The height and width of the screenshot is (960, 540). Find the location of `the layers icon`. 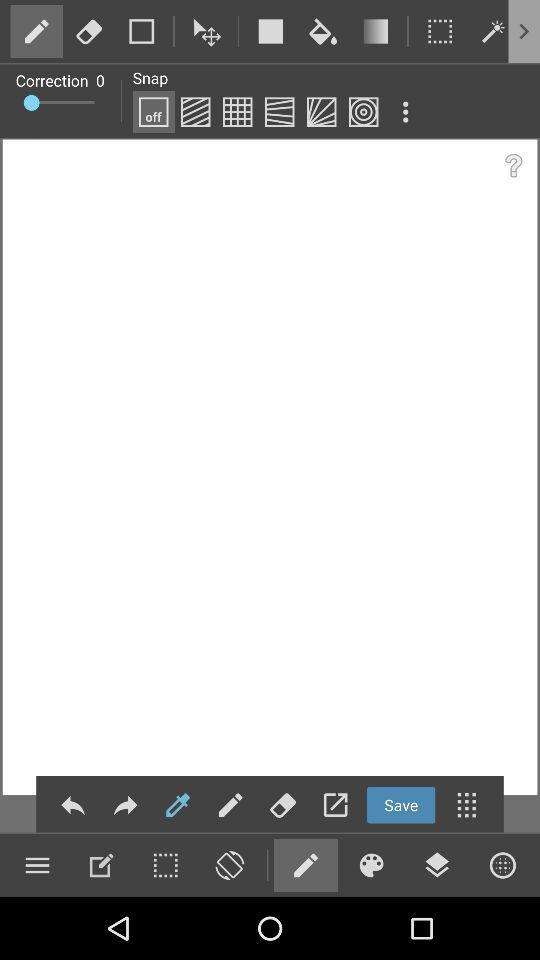

the layers icon is located at coordinates (436, 864).